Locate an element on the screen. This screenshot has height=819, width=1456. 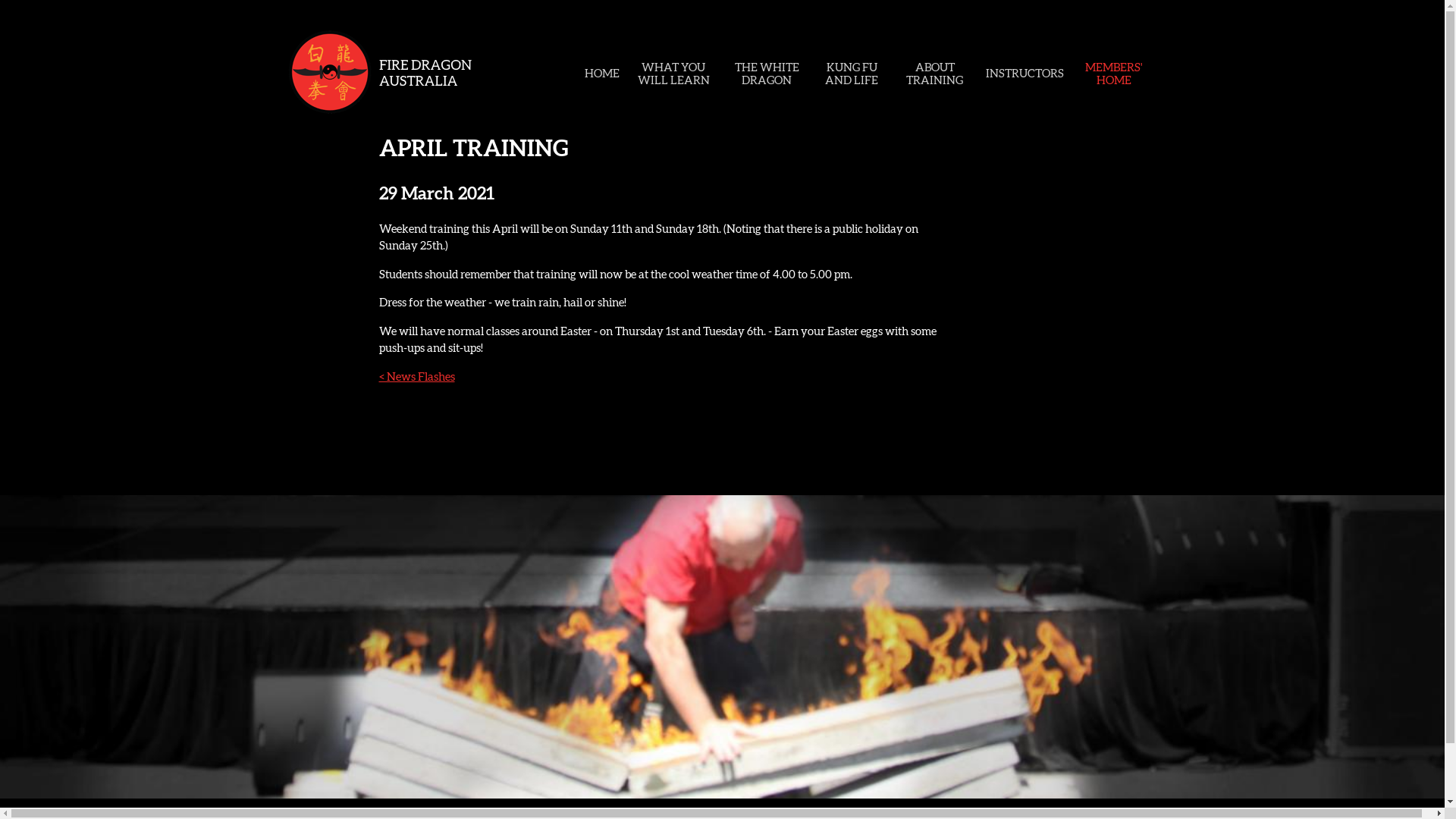
'< News Flashes' is located at coordinates (417, 375).